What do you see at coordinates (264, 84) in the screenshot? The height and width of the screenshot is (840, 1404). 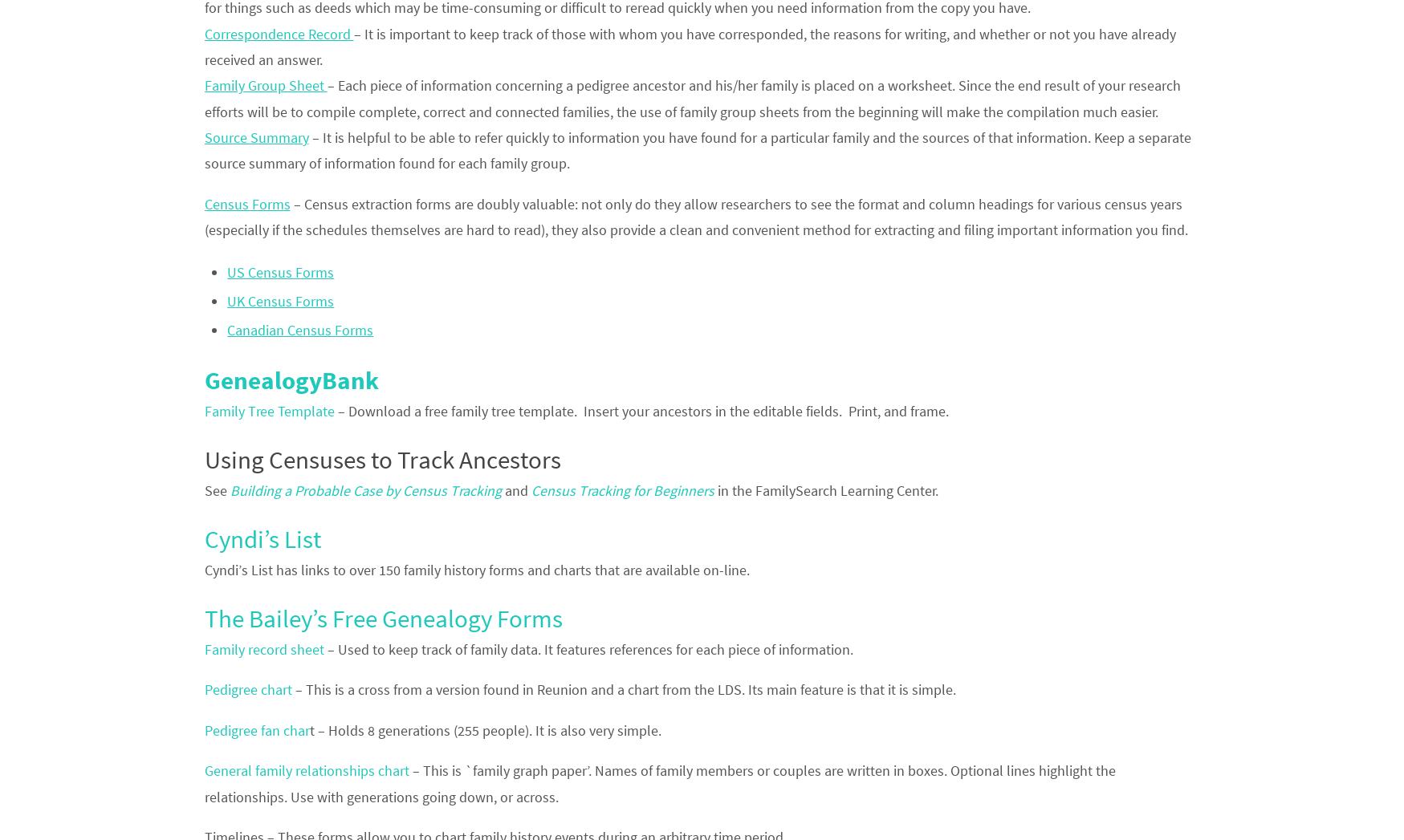 I see `'Family Group Sheet'` at bounding box center [264, 84].